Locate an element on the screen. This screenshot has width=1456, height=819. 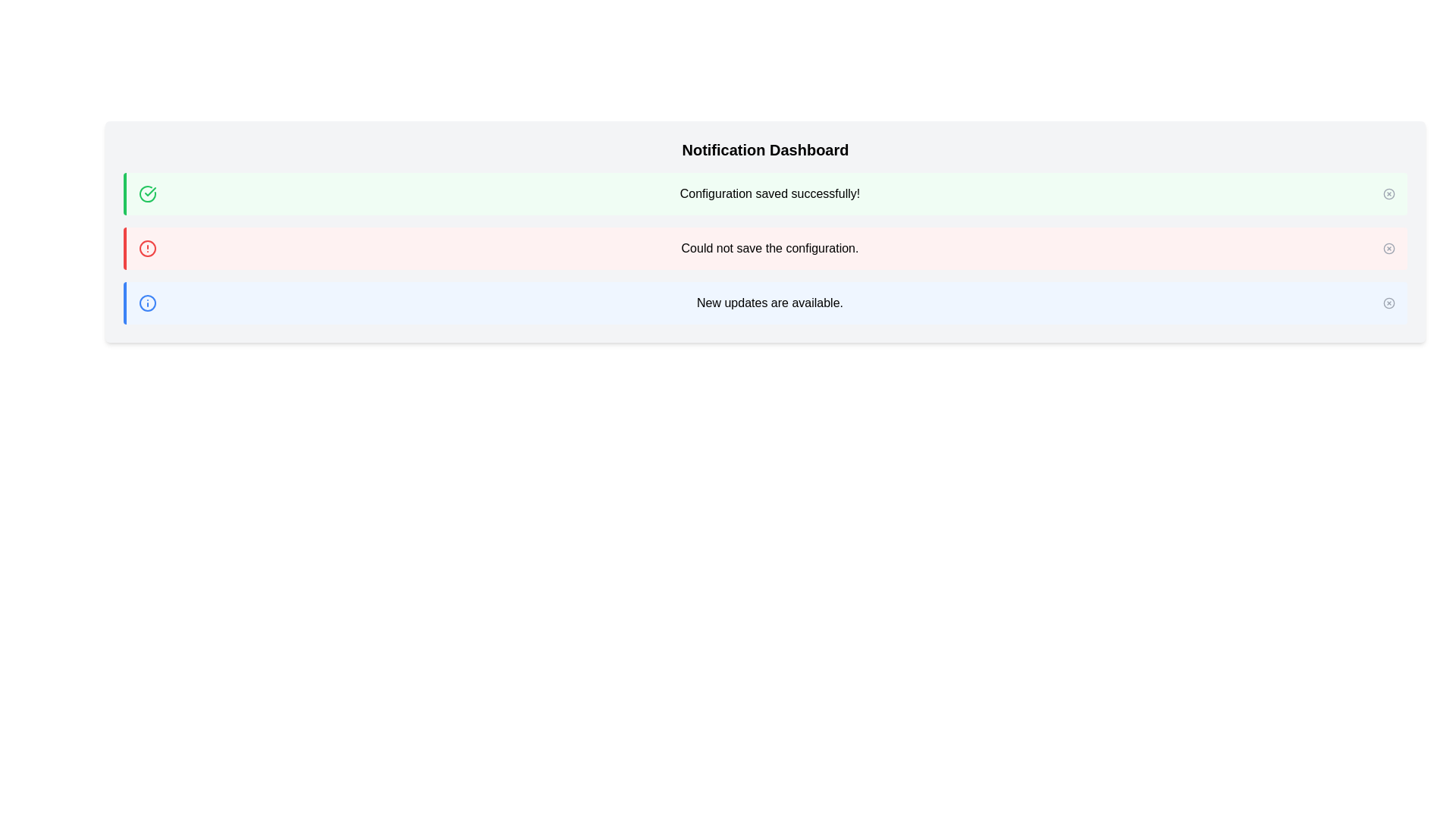
the alert icon (circular outline) that indicates the notification 'Could not save the configuration.' This icon is centrally placed within the left part of the notification row is located at coordinates (148, 247).